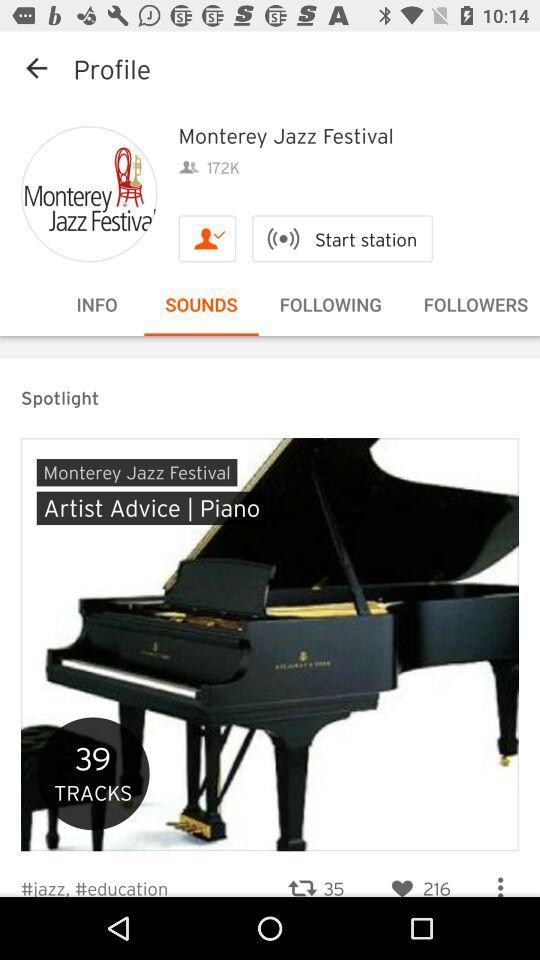  What do you see at coordinates (417, 875) in the screenshot?
I see `icon to the right of 35 icon` at bounding box center [417, 875].